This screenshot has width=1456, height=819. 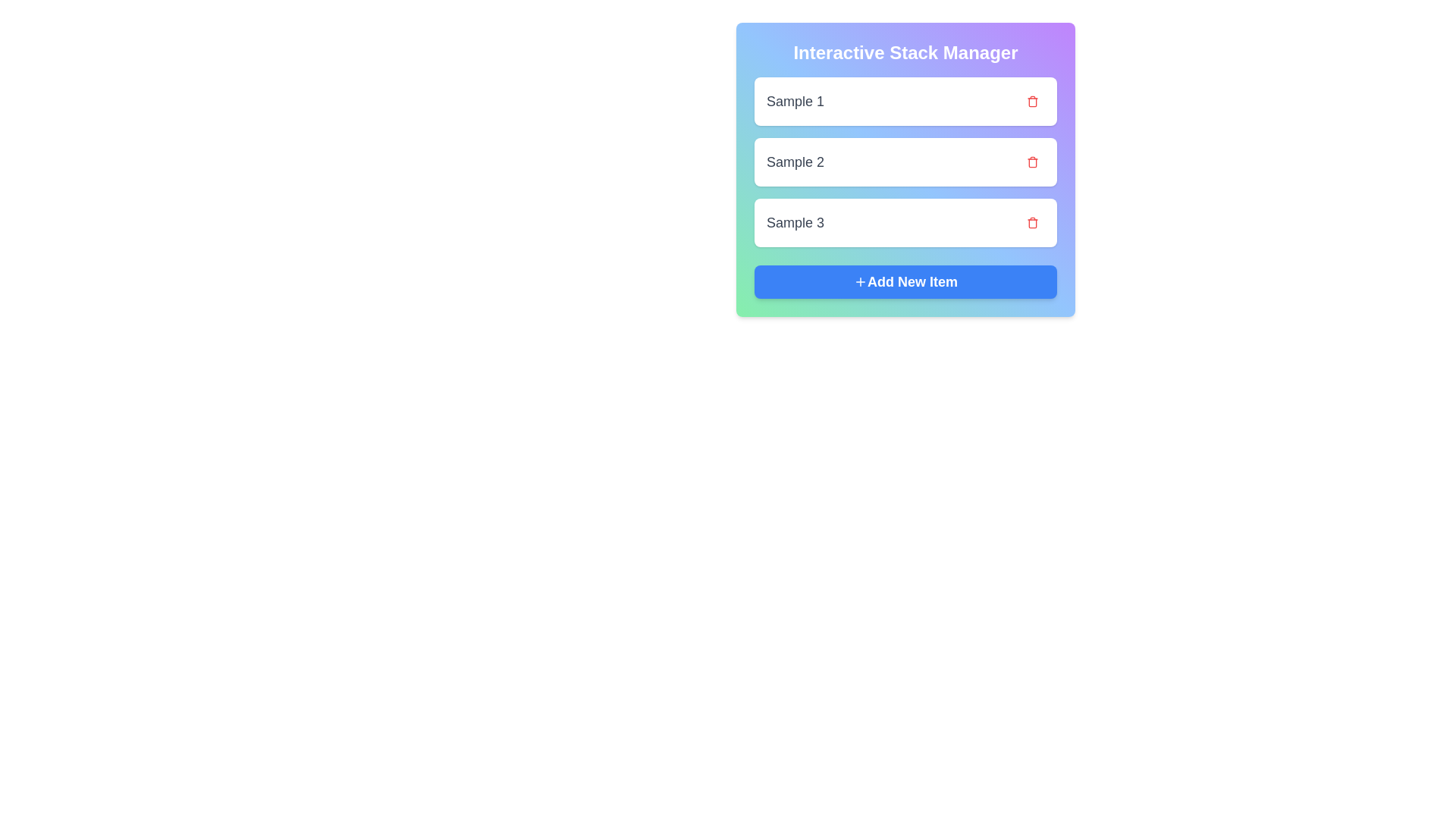 I want to click on the text label that identifies the third item in the 'Interactive Stack Manager' list, located to the left of a red trash icon, so click(x=795, y=222).